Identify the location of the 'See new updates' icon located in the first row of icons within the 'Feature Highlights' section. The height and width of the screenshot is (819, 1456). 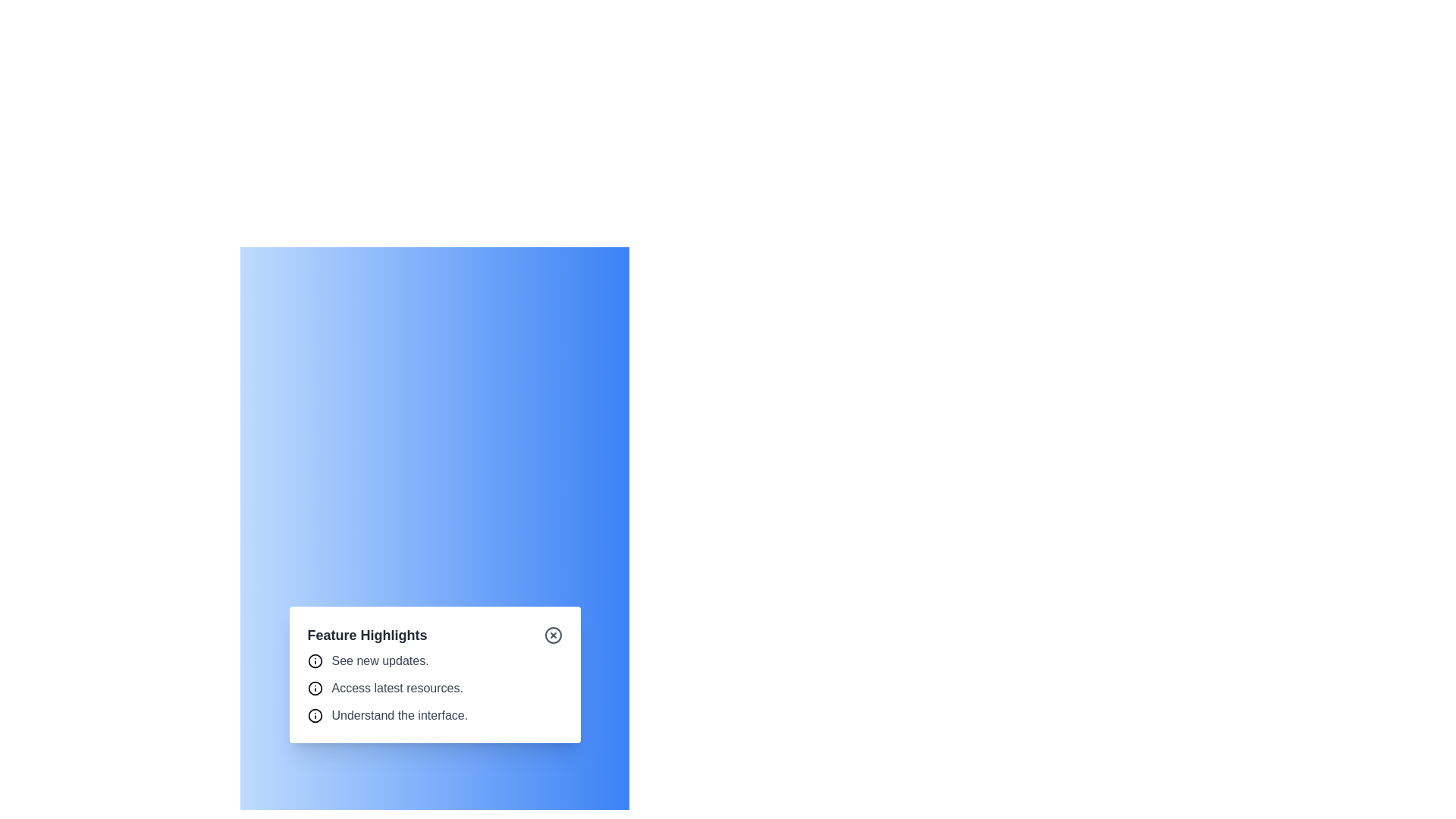
(314, 660).